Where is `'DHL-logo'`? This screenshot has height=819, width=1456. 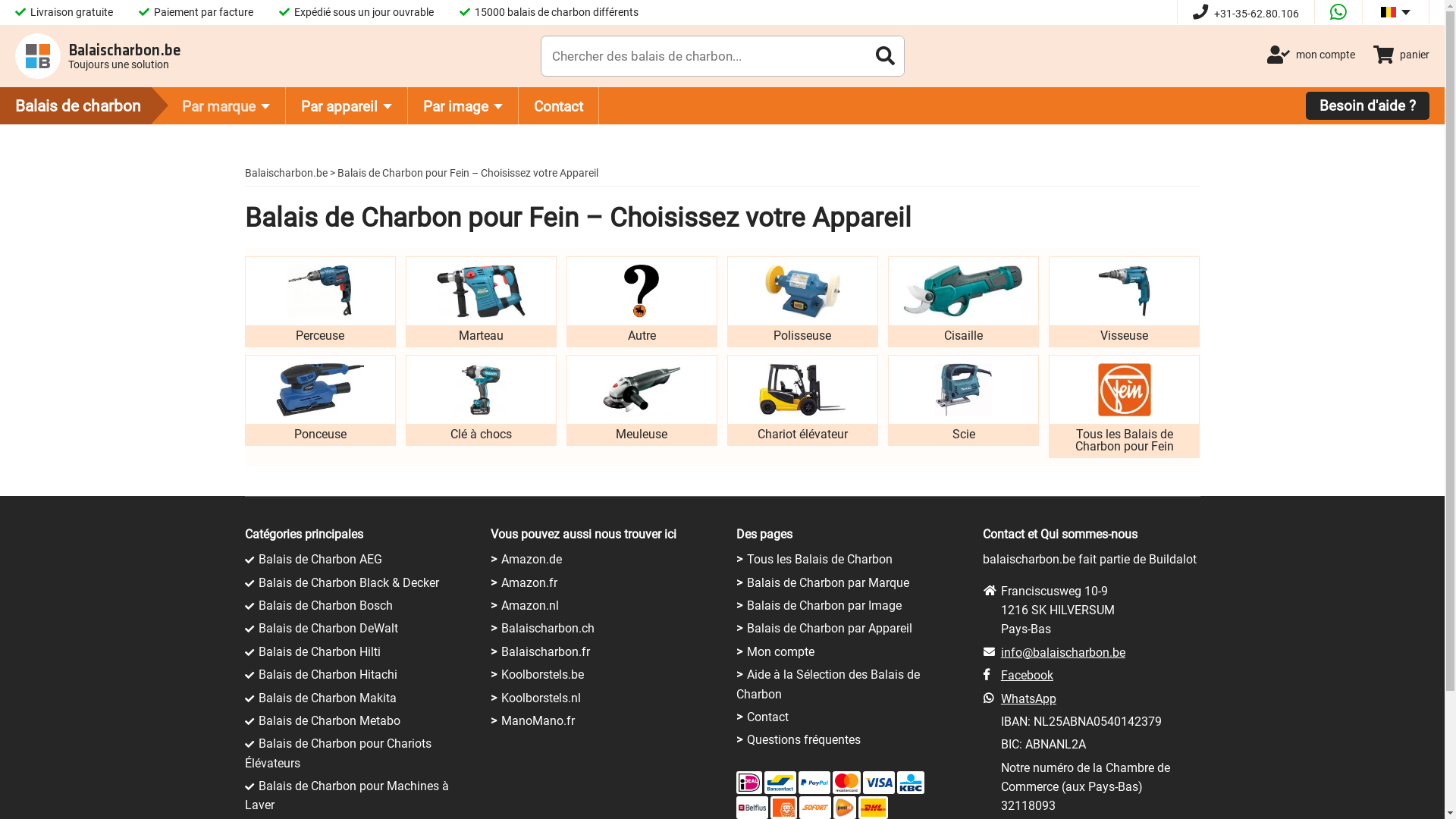
'DHL-logo' is located at coordinates (859, 806).